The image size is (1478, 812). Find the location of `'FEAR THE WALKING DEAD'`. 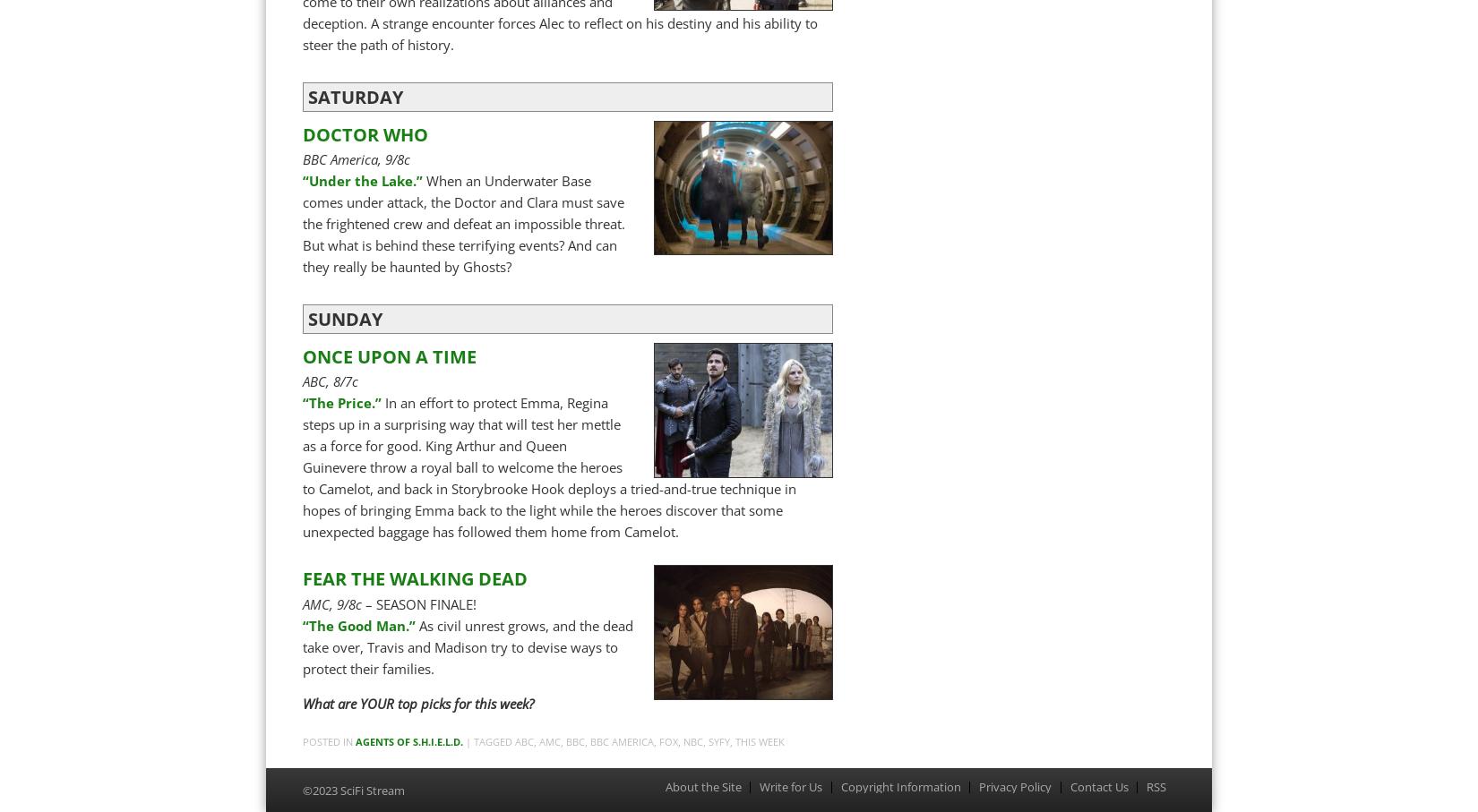

'FEAR THE WALKING DEAD' is located at coordinates (302, 578).